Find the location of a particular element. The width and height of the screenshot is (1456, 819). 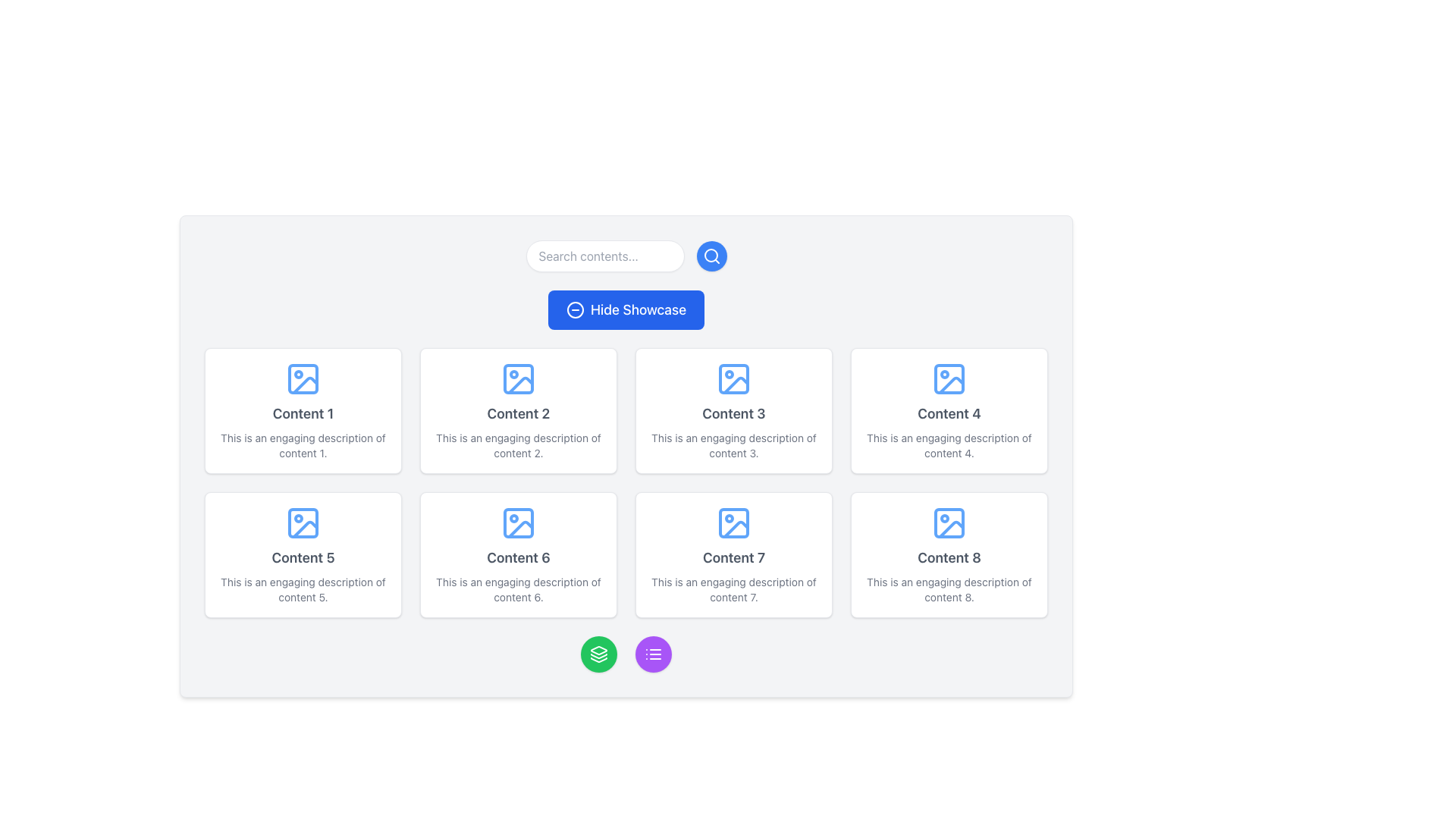

the 'Hide Showcase' text label, which is styled in a large, medium-bold font and is positioned inside a blue rectangular button near the upper center of the interface is located at coordinates (638, 309).